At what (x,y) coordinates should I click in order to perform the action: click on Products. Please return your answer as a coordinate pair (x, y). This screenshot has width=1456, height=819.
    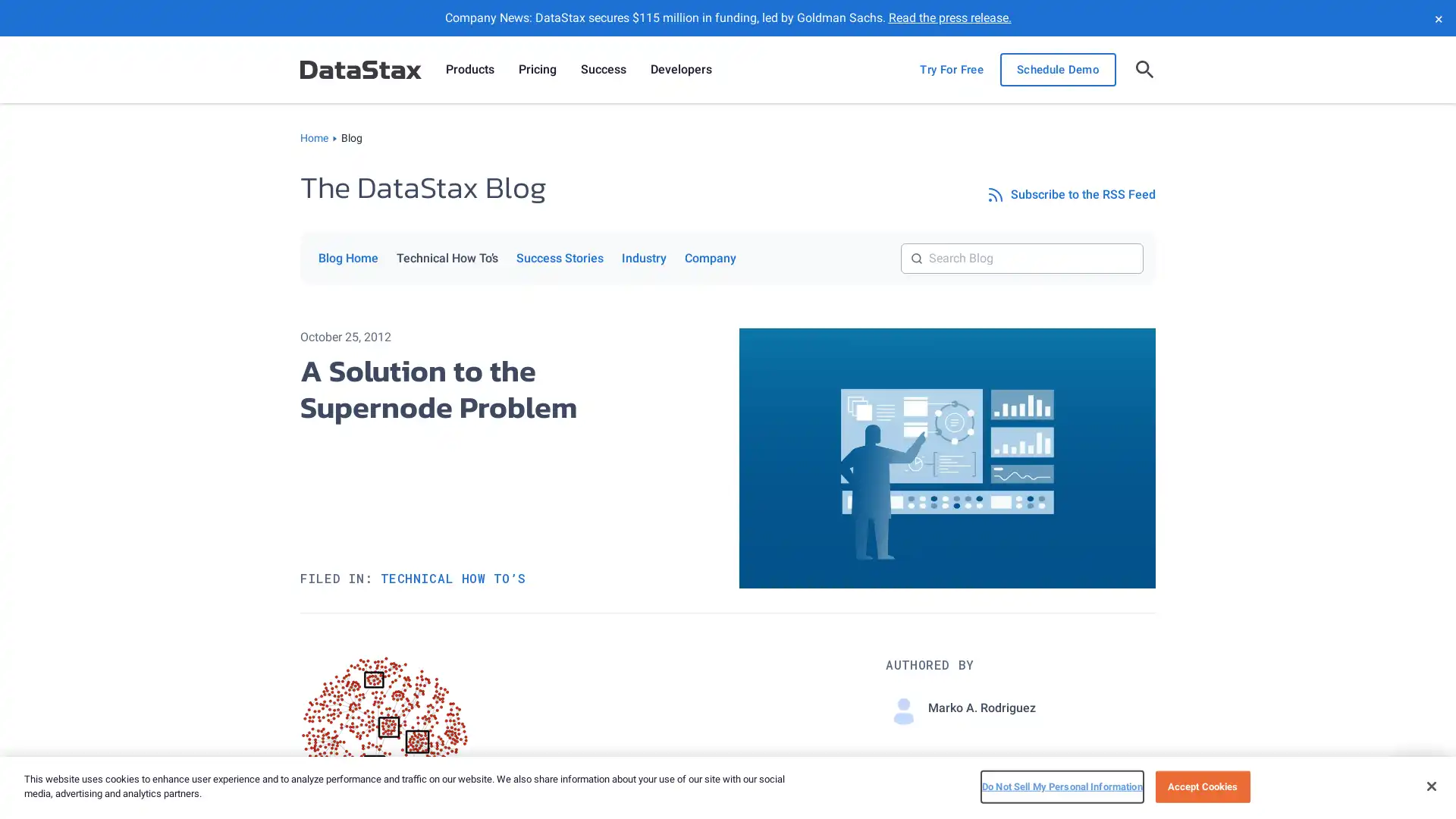
    Looking at the image, I should click on (469, 70).